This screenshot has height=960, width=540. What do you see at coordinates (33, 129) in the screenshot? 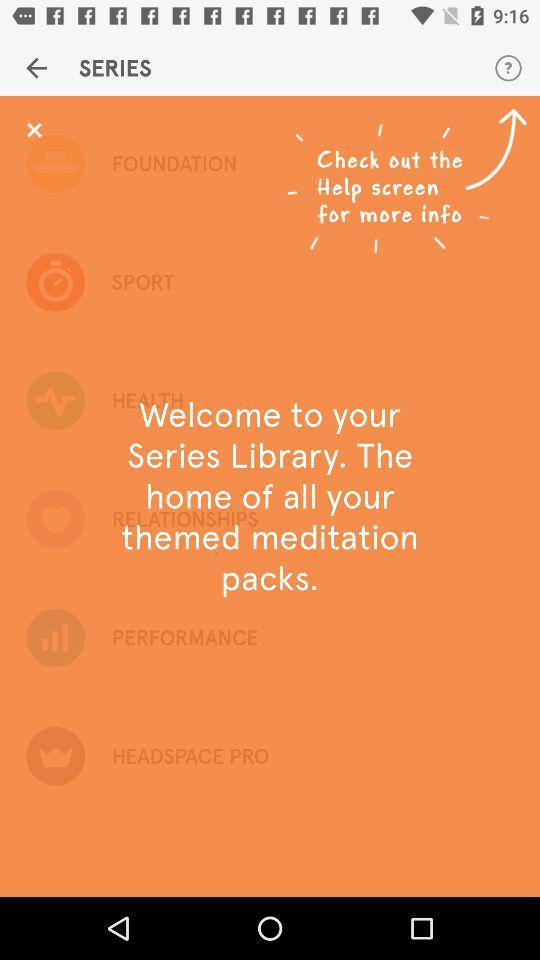
I see `message` at bounding box center [33, 129].